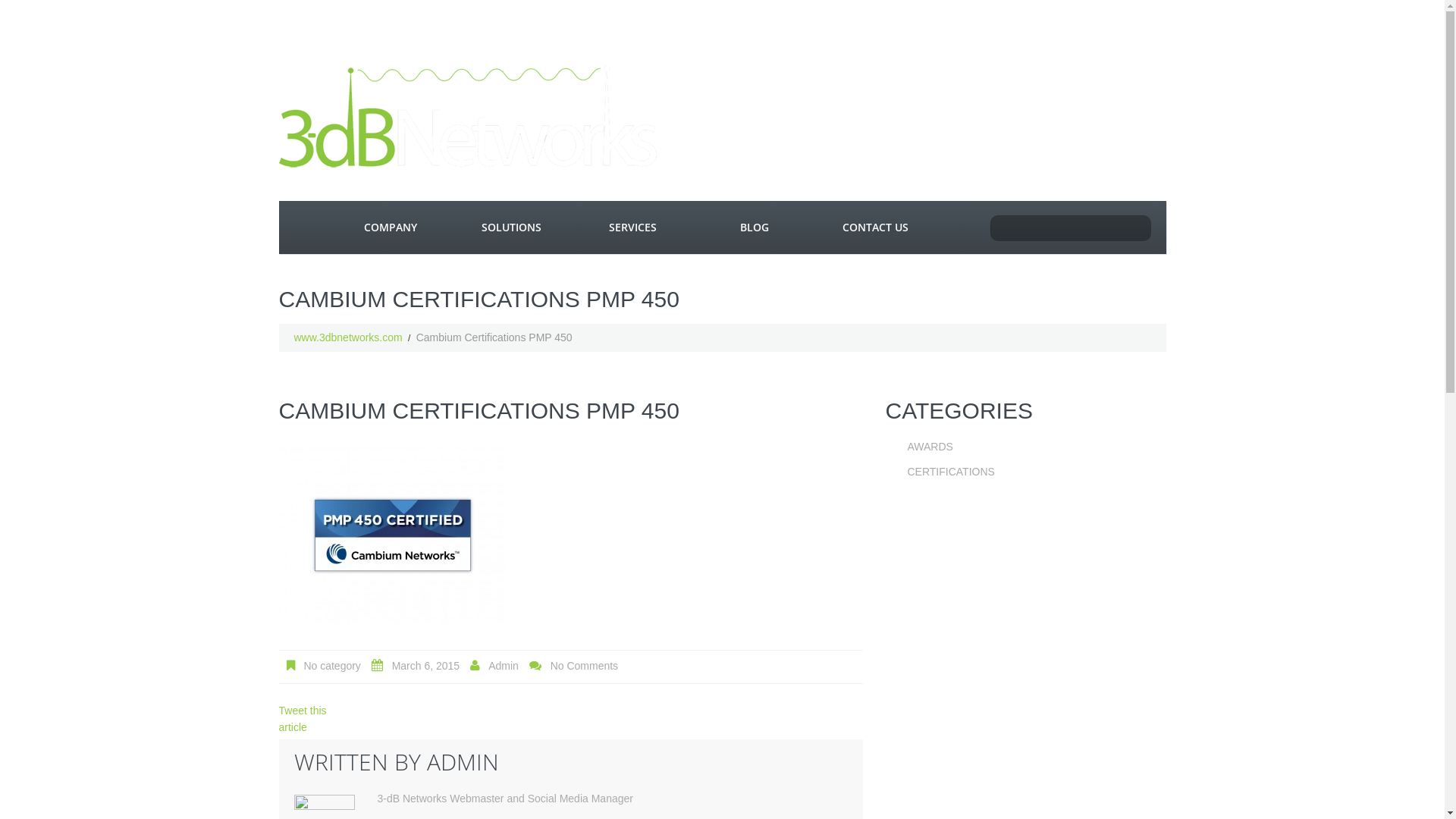 The height and width of the screenshot is (819, 1456). Describe the element at coordinates (303, 718) in the screenshot. I see `'Tweet this article'` at that location.